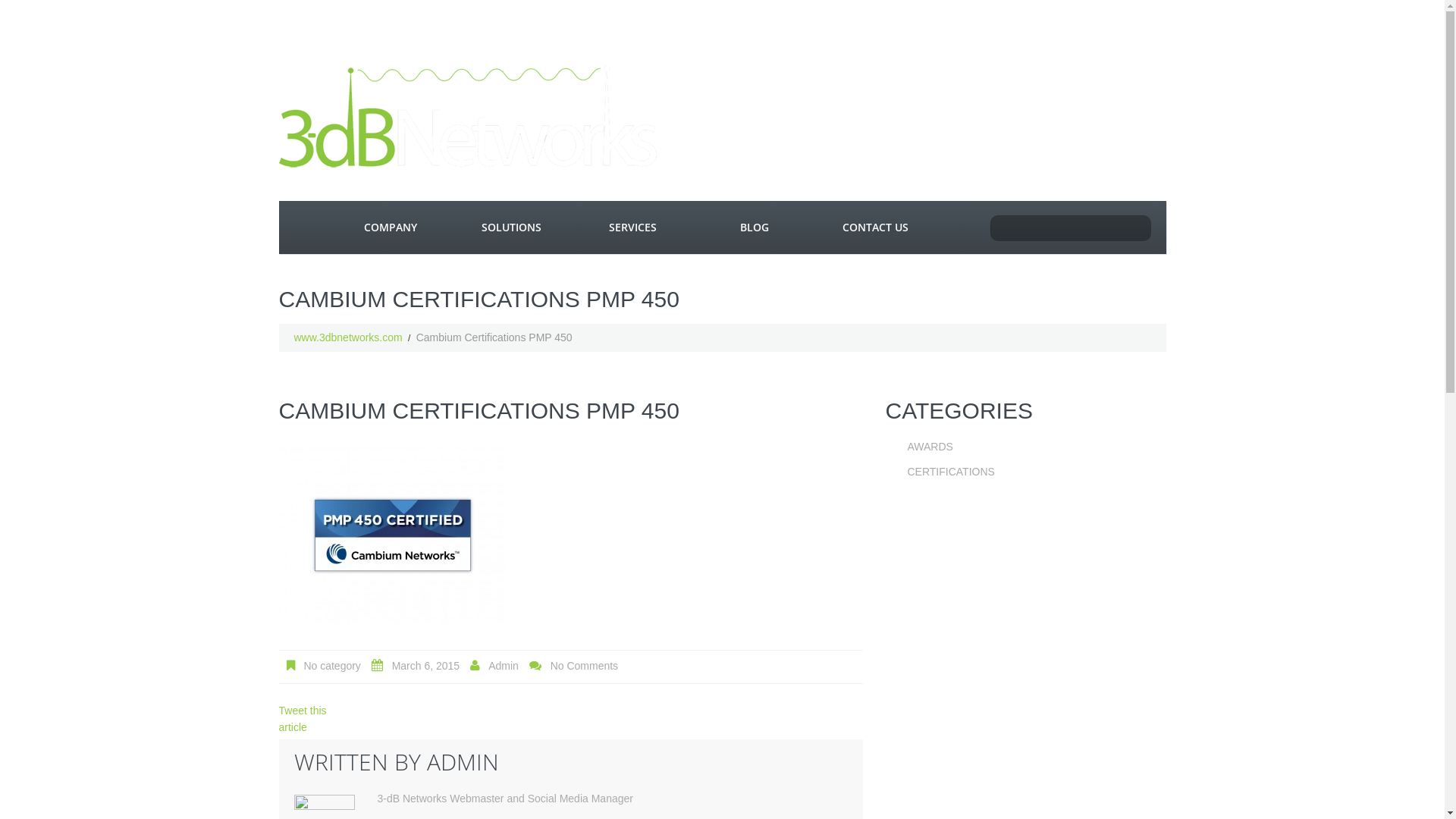 The height and width of the screenshot is (819, 1456). Describe the element at coordinates (303, 718) in the screenshot. I see `'Tweet this article'` at that location.